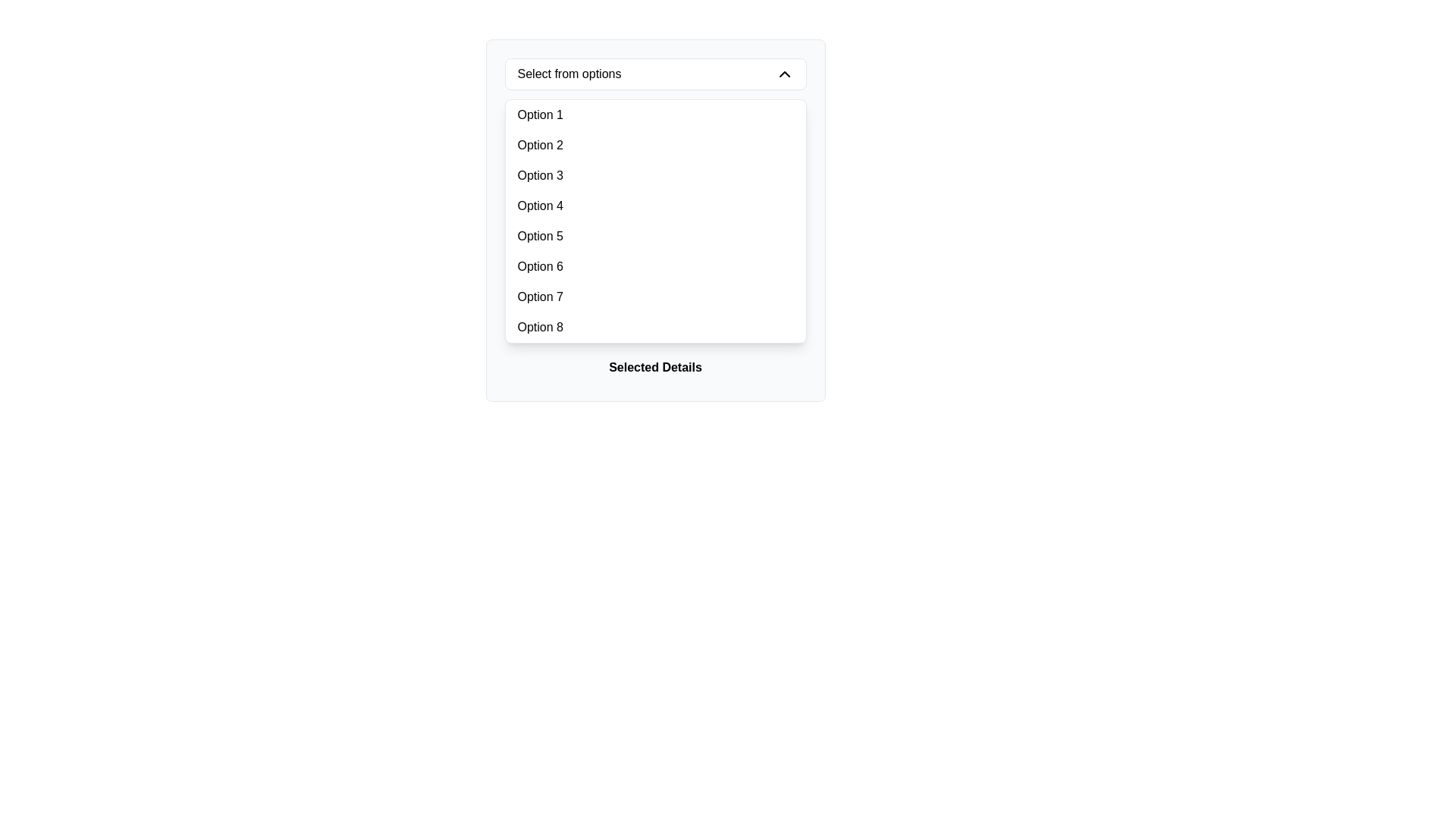 The image size is (1456, 819). I want to click on the 'Option 7' text label in the dropdown menu, so click(540, 297).